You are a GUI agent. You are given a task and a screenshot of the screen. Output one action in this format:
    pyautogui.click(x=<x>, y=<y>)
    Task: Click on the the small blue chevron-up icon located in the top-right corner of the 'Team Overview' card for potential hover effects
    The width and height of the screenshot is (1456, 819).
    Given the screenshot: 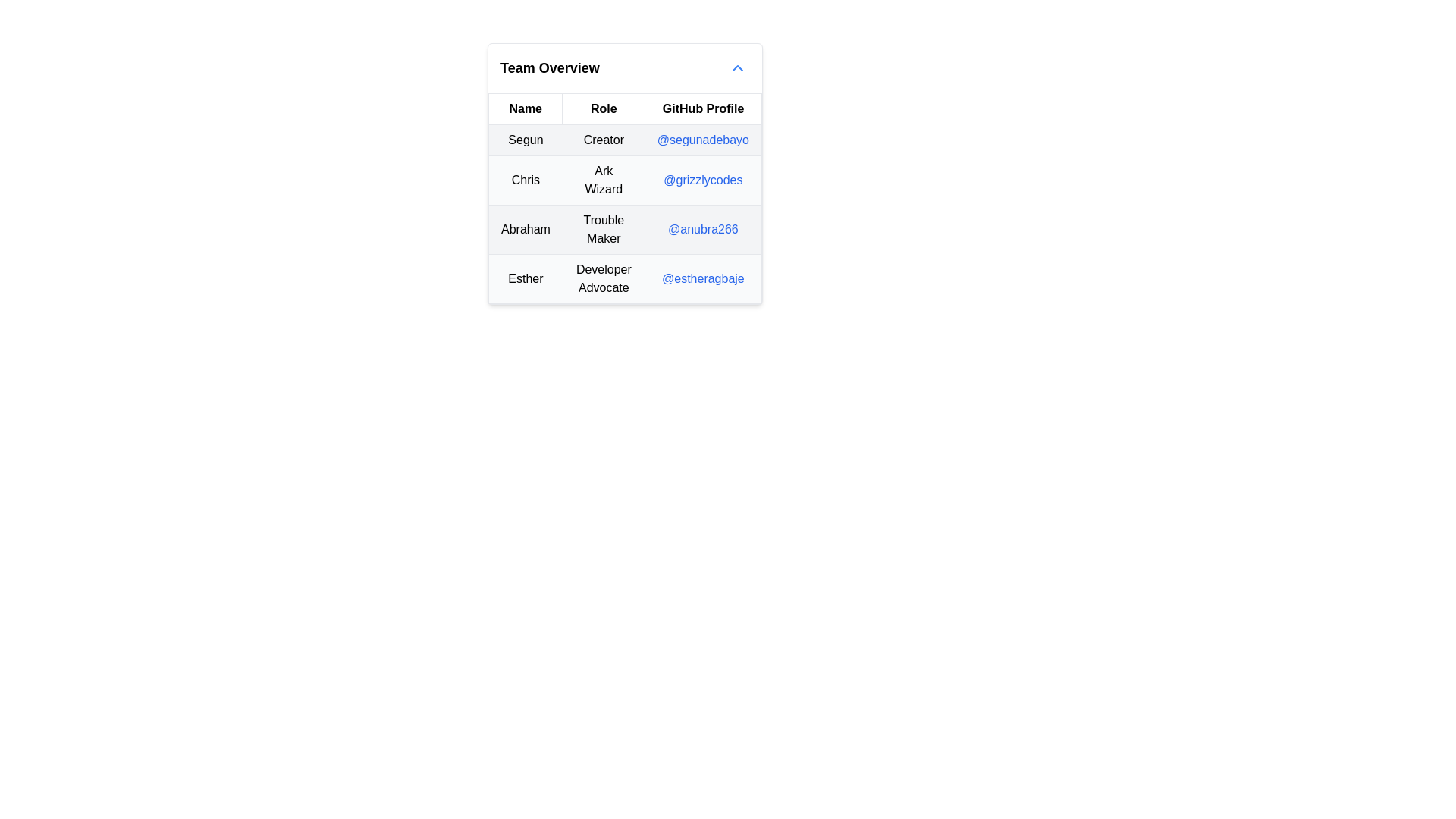 What is the action you would take?
    pyautogui.click(x=738, y=67)
    